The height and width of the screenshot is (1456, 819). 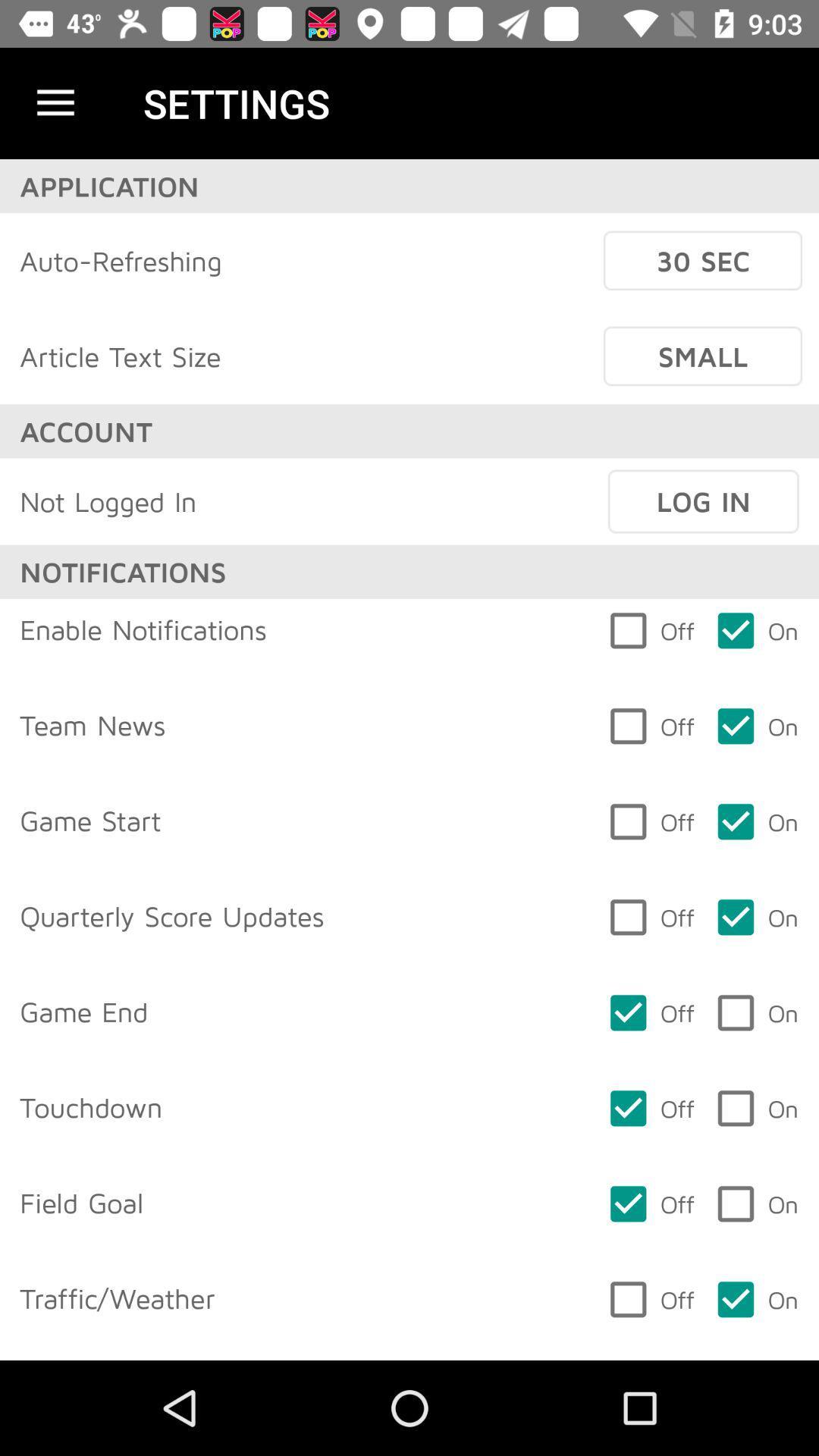 I want to click on icon to the right of not logged in item, so click(x=703, y=501).